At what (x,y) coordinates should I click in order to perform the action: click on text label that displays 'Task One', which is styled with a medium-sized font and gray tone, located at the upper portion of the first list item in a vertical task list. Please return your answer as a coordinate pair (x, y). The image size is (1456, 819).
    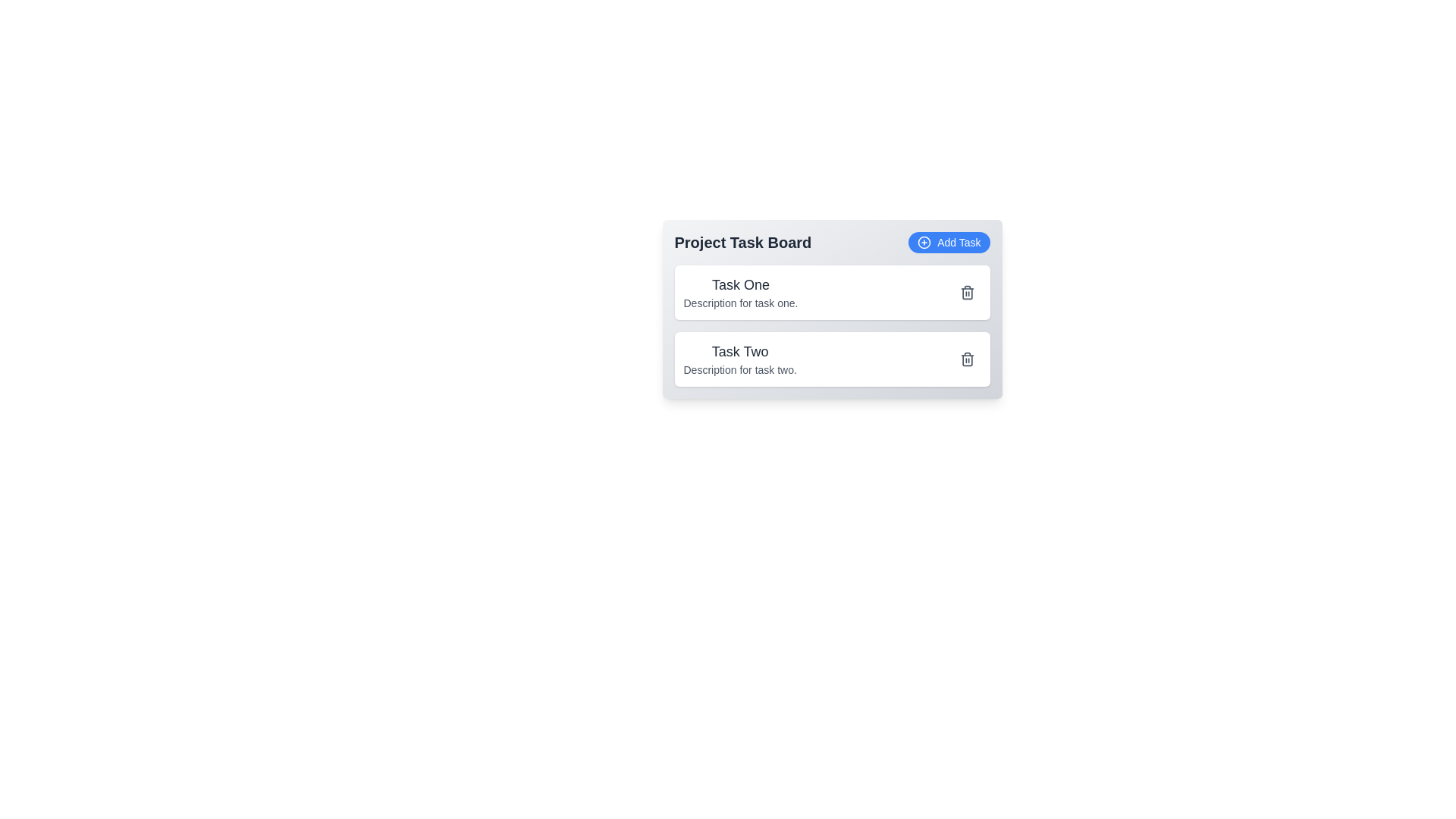
    Looking at the image, I should click on (740, 284).